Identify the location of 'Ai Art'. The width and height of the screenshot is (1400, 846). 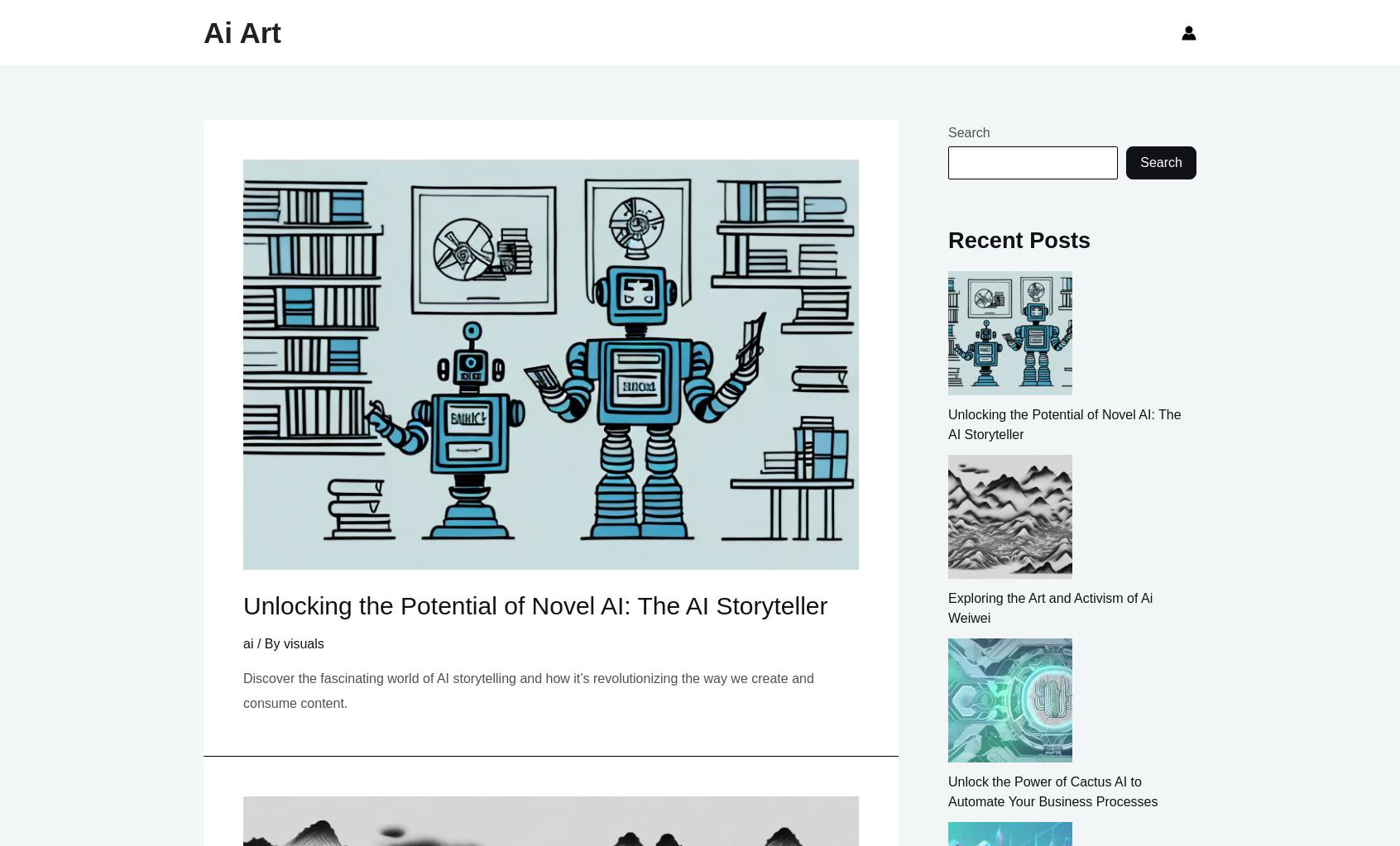
(241, 32).